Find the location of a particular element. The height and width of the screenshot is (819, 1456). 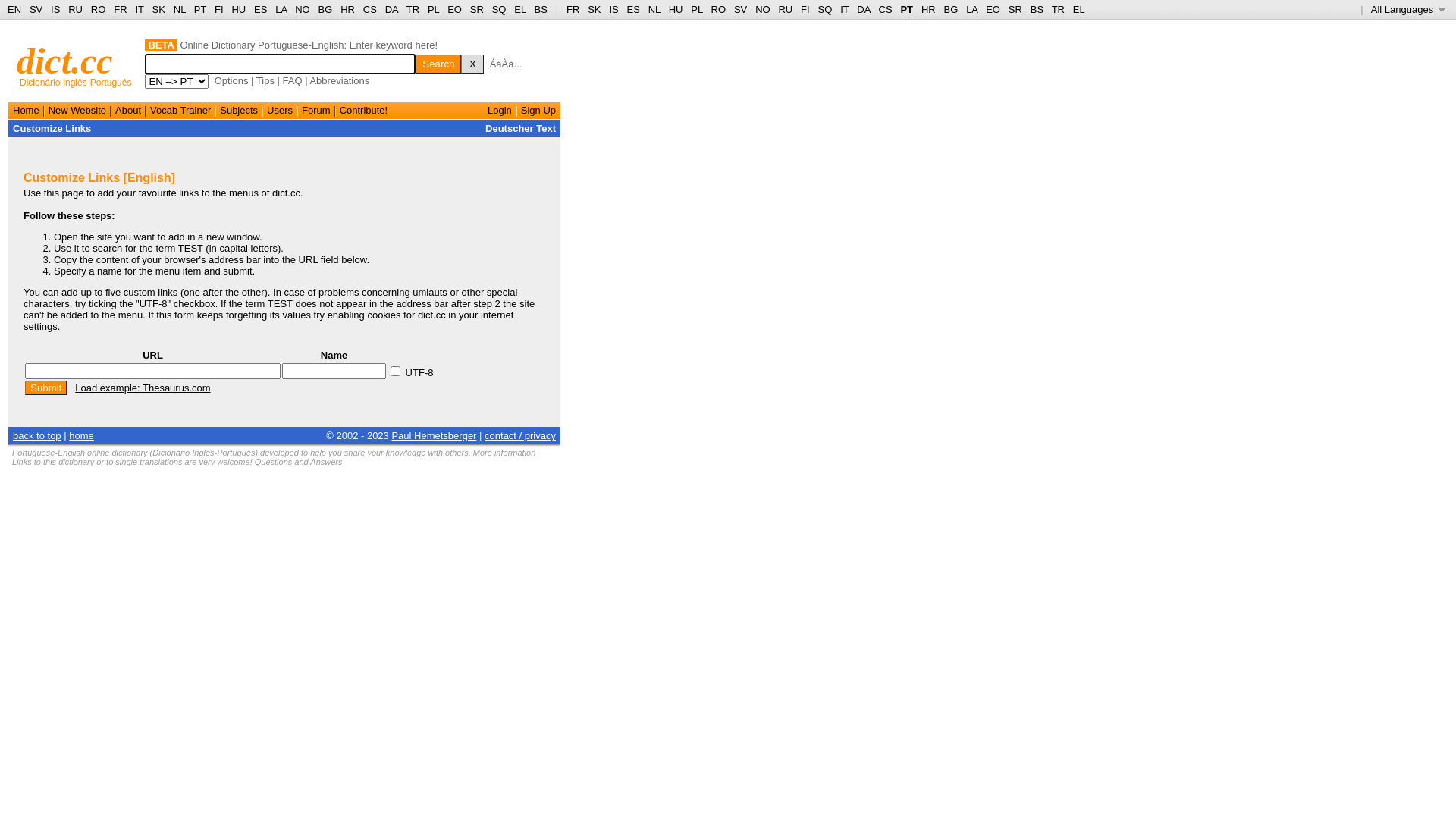

'Paul Hemetsberger' is located at coordinates (432, 435).